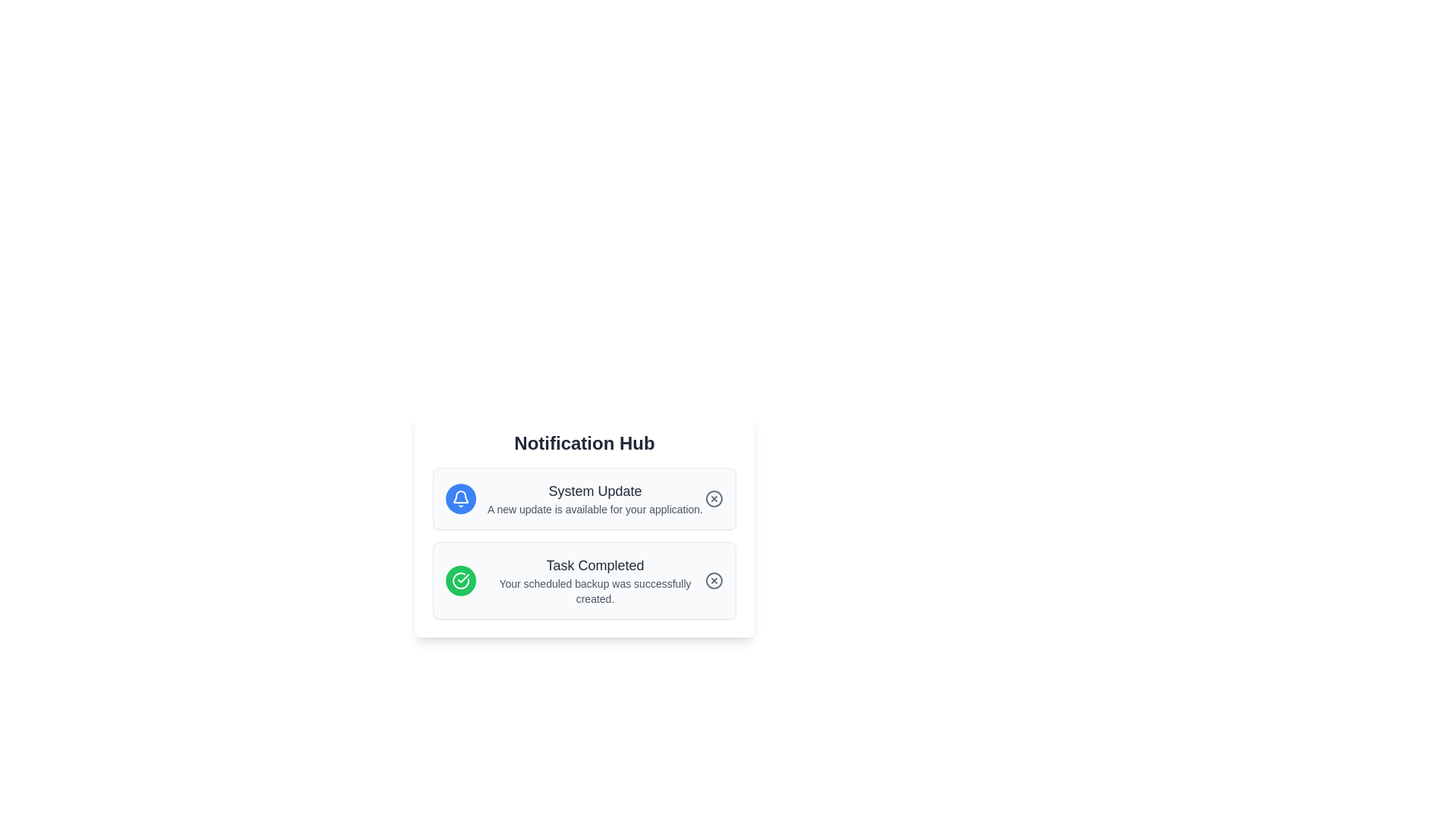 This screenshot has height=819, width=1456. Describe the element at coordinates (595, 565) in the screenshot. I see `the text label serving as the title of the notification message, which is centrally located in the lower card below the 'System Update' title and above the descriptive text 'Your scheduled backup was successfully created'` at that location.